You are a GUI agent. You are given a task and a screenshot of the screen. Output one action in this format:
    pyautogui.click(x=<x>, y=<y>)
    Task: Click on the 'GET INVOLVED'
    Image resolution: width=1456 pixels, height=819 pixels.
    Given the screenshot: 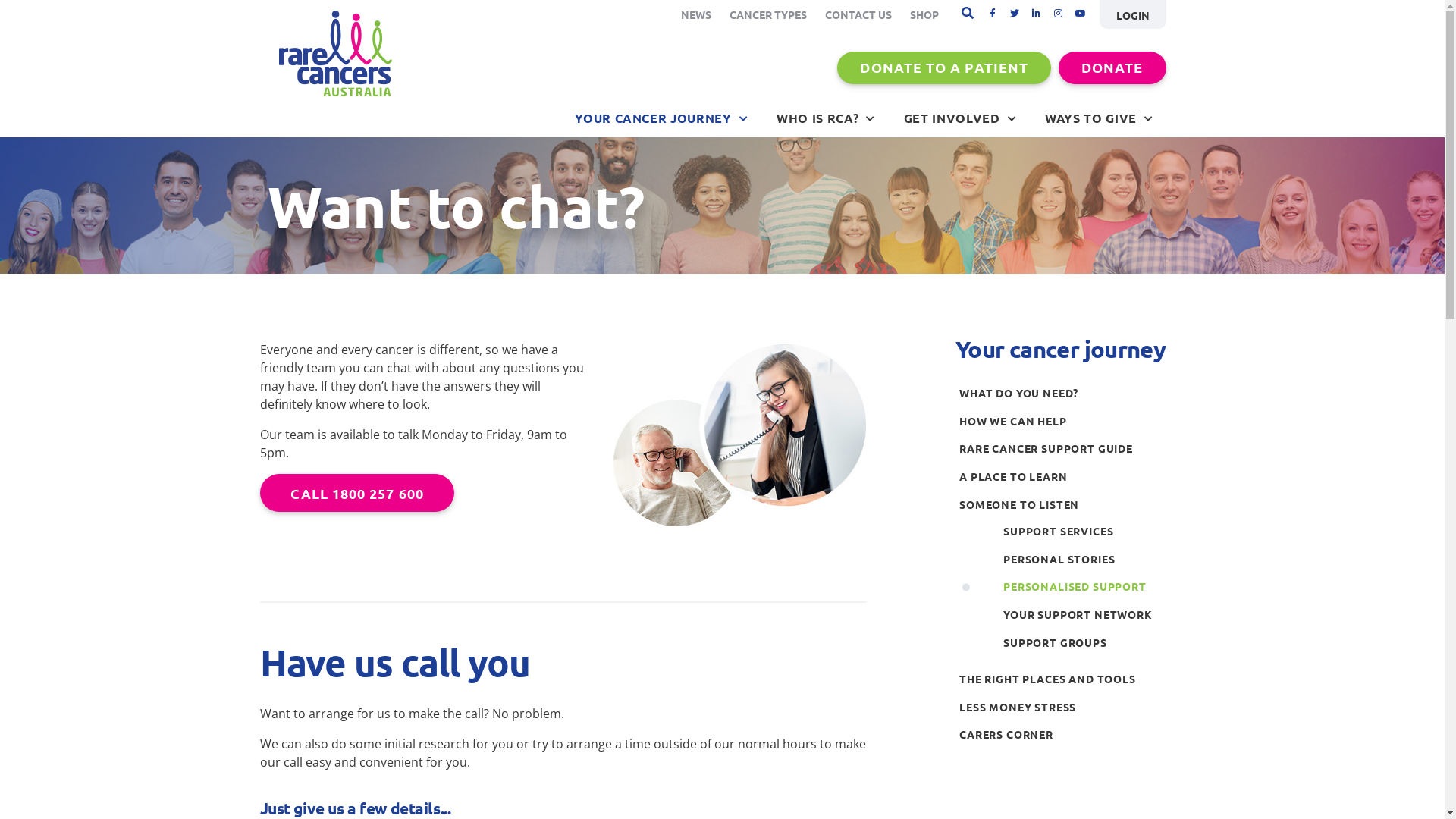 What is the action you would take?
    pyautogui.click(x=959, y=117)
    